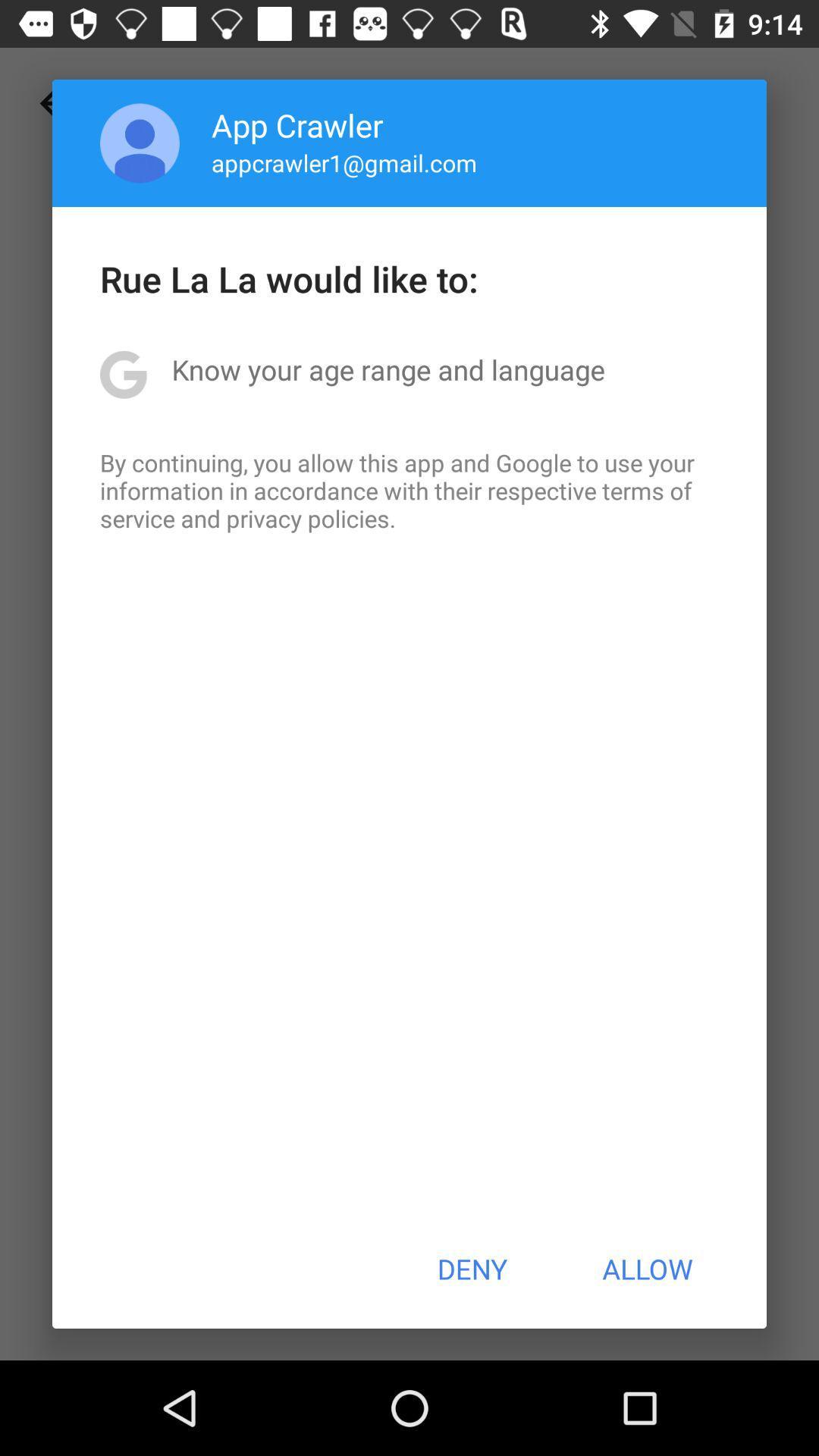 The image size is (819, 1456). I want to click on the app next to app crawler app, so click(140, 143).